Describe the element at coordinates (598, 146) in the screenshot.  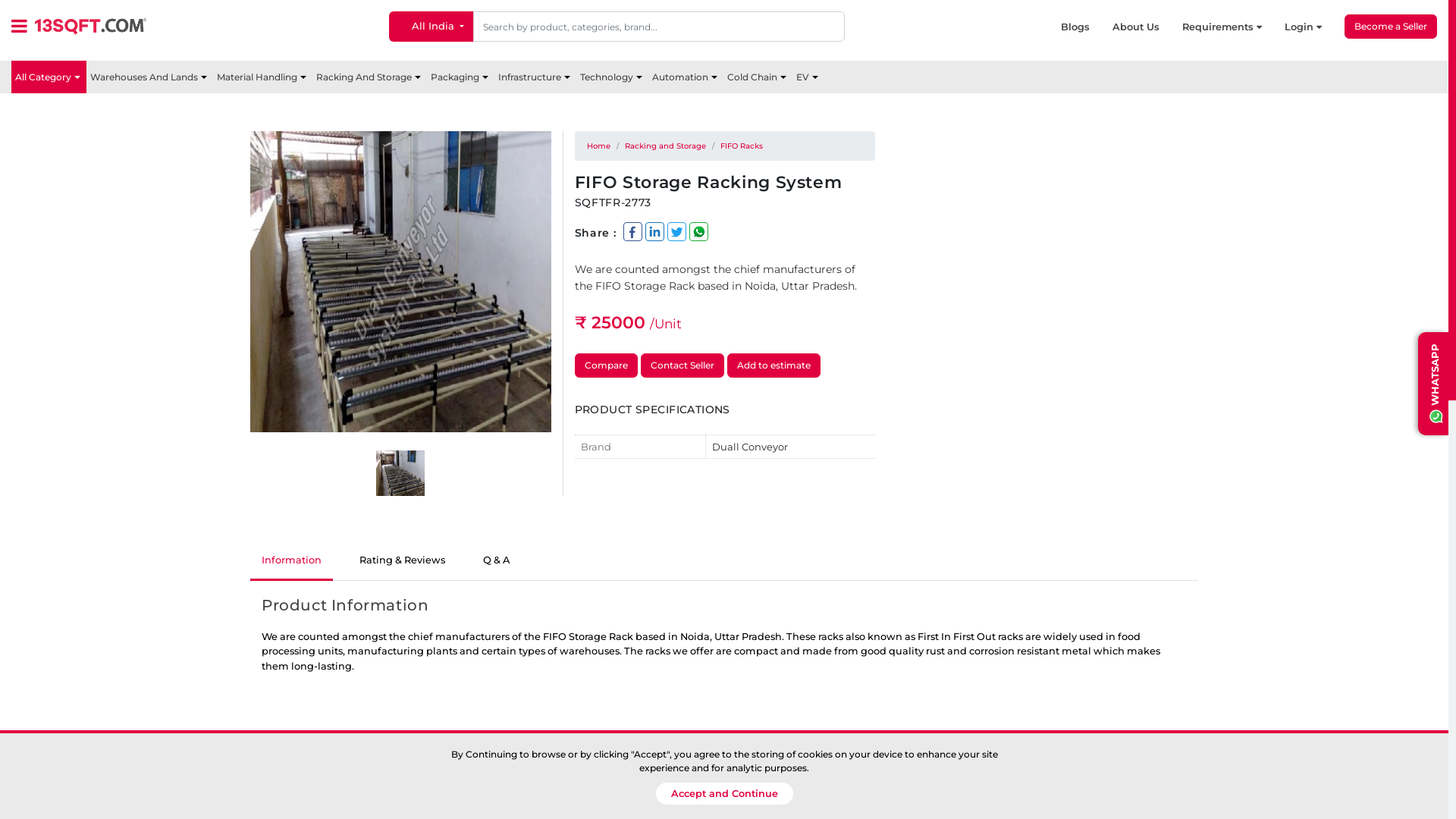
I see `'Home'` at that location.